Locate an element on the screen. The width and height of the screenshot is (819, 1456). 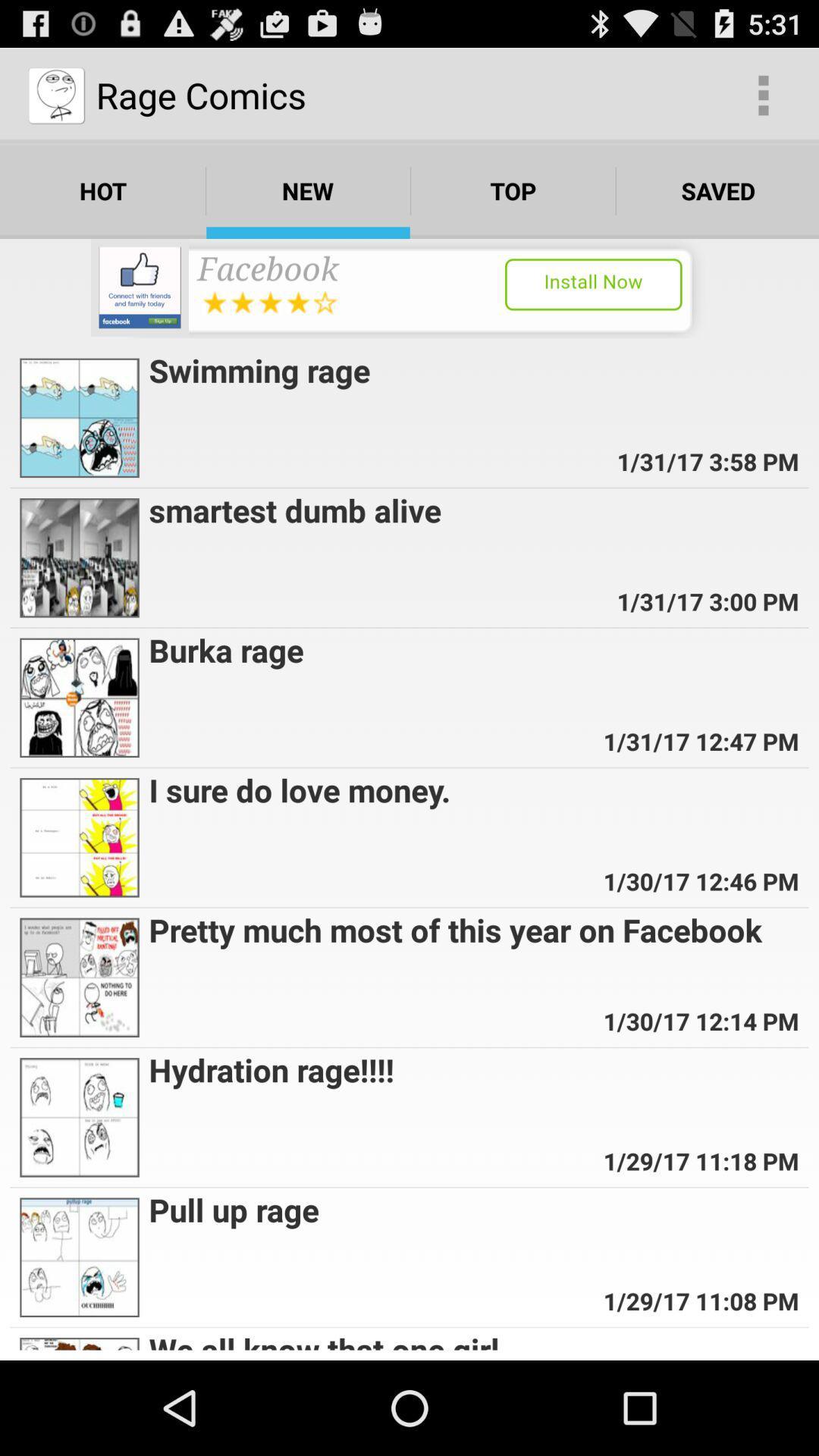
advertisement is located at coordinates (409, 288).